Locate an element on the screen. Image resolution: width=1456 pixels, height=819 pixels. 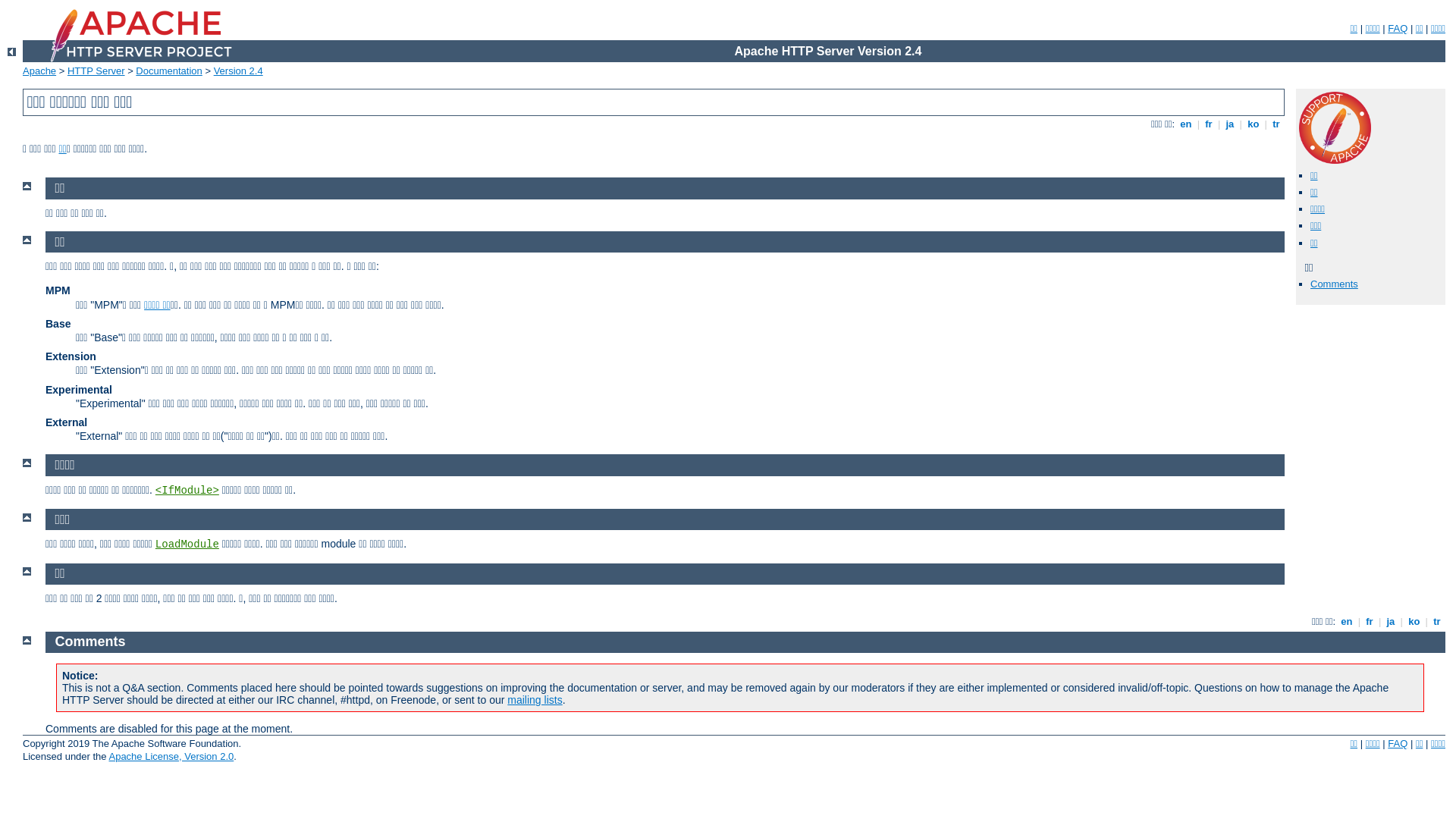
'Documentation' is located at coordinates (168, 71).